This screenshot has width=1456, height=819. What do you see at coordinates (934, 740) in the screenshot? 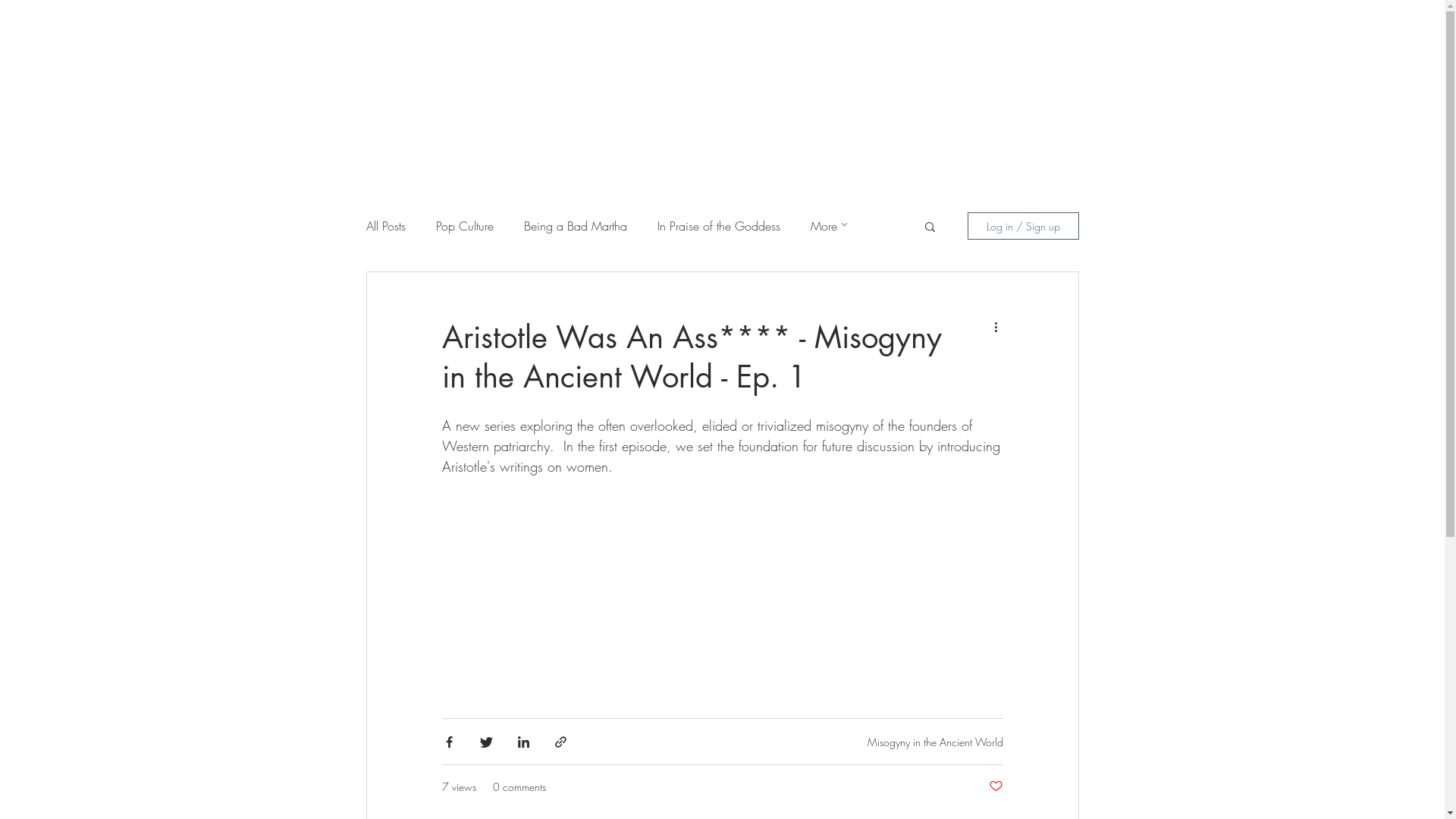
I see `'Misogyny in the Ancient World'` at bounding box center [934, 740].